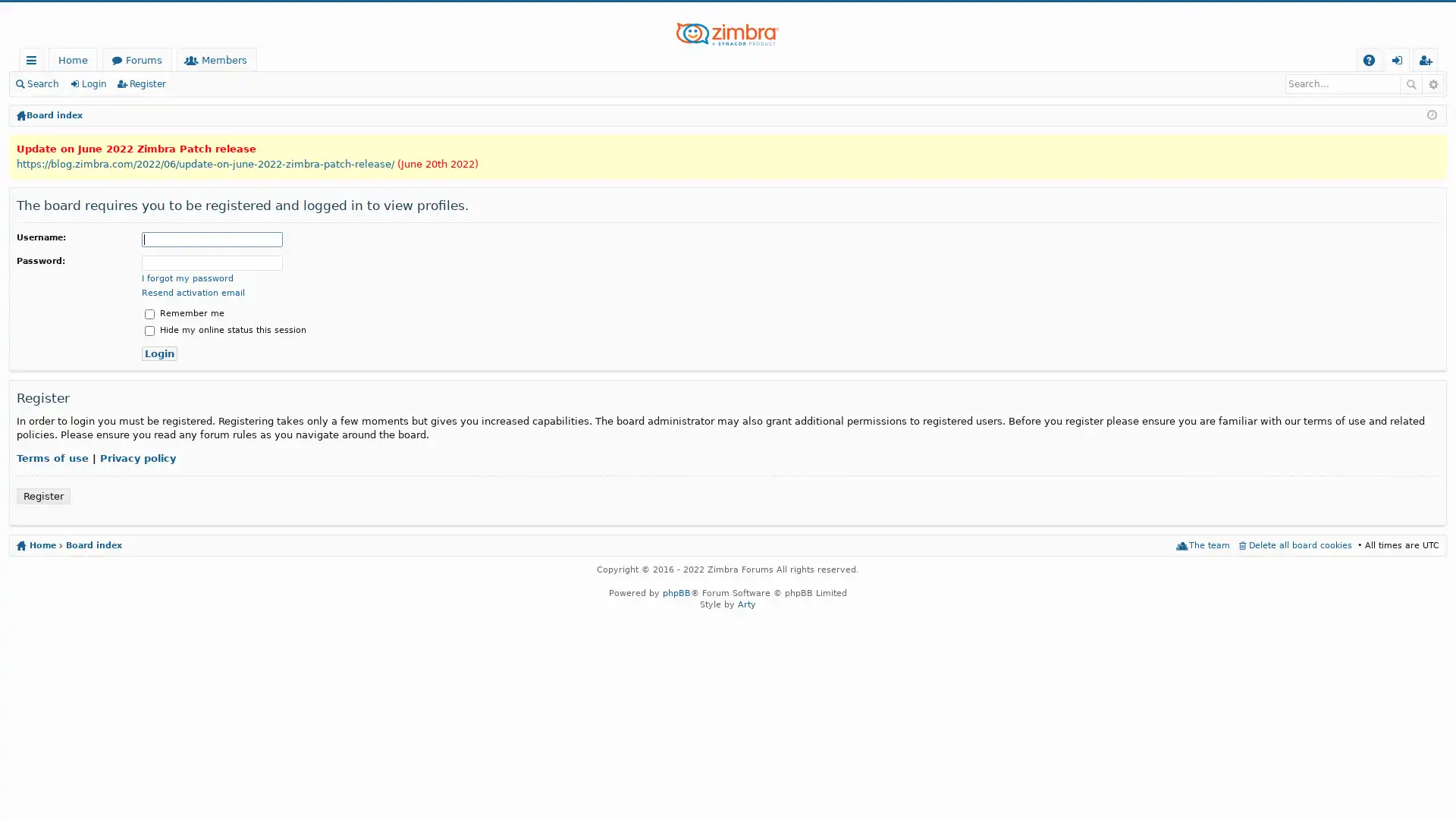 This screenshot has width=1456, height=819. Describe the element at coordinates (159, 353) in the screenshot. I see `Login` at that location.